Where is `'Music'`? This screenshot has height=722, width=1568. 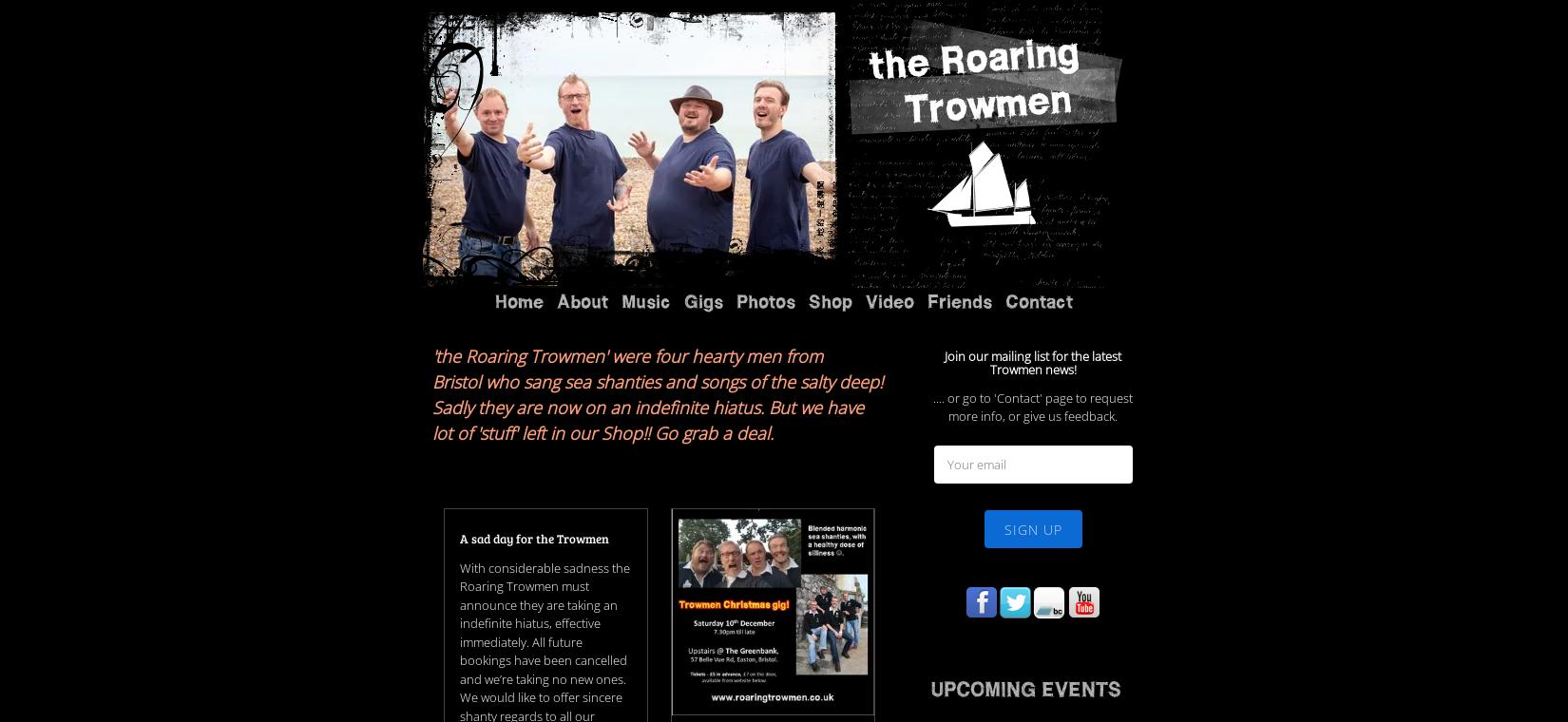 'Music' is located at coordinates (621, 65).